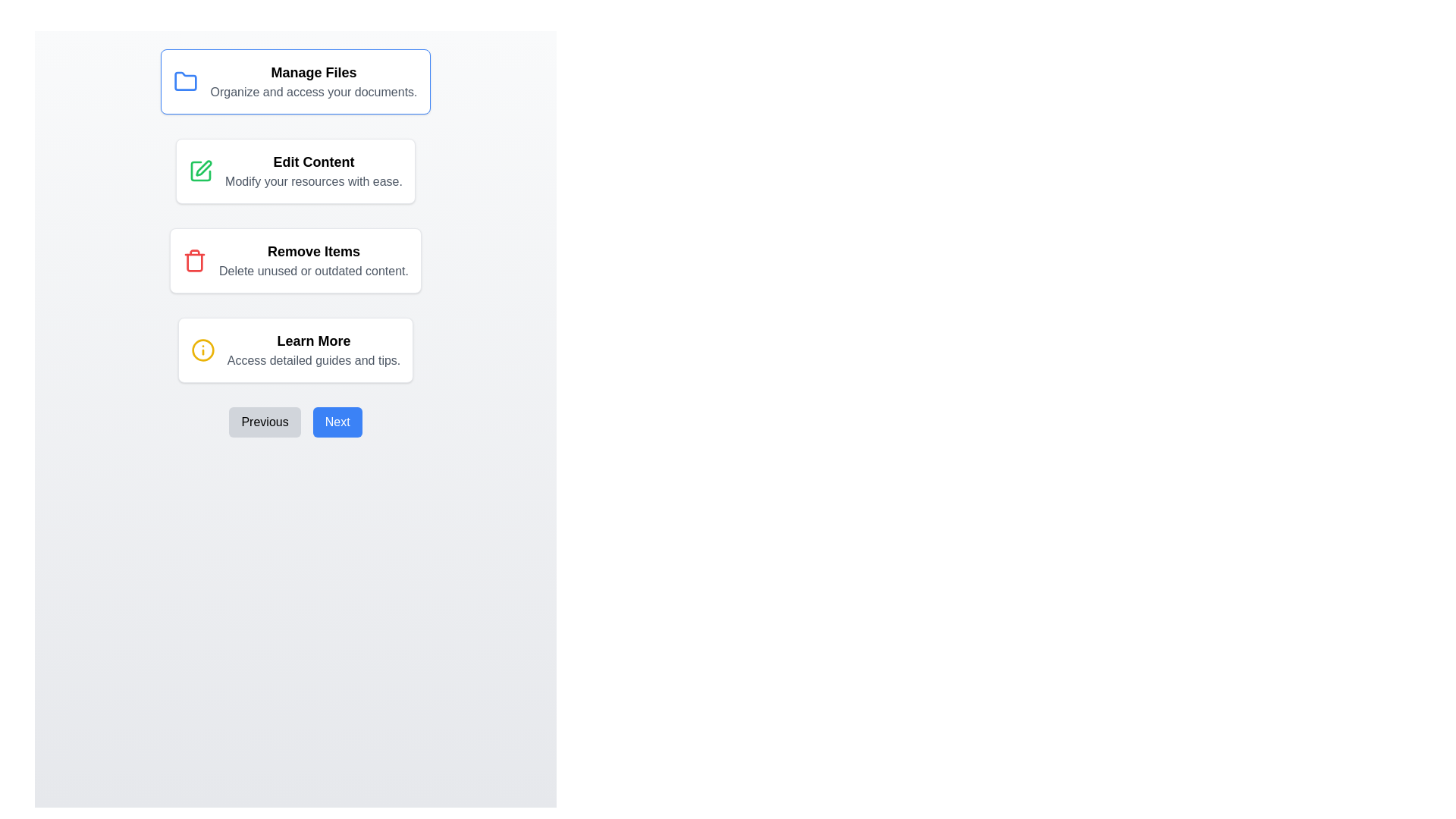  Describe the element at coordinates (312, 171) in the screenshot. I see `the text section that includes a bold headline 'Edit Content' and a description 'Modify your resources with ease.' This section is located in a white rounded rectangle card with a green icon on the left, positioned second from the top in a vertical list` at that location.